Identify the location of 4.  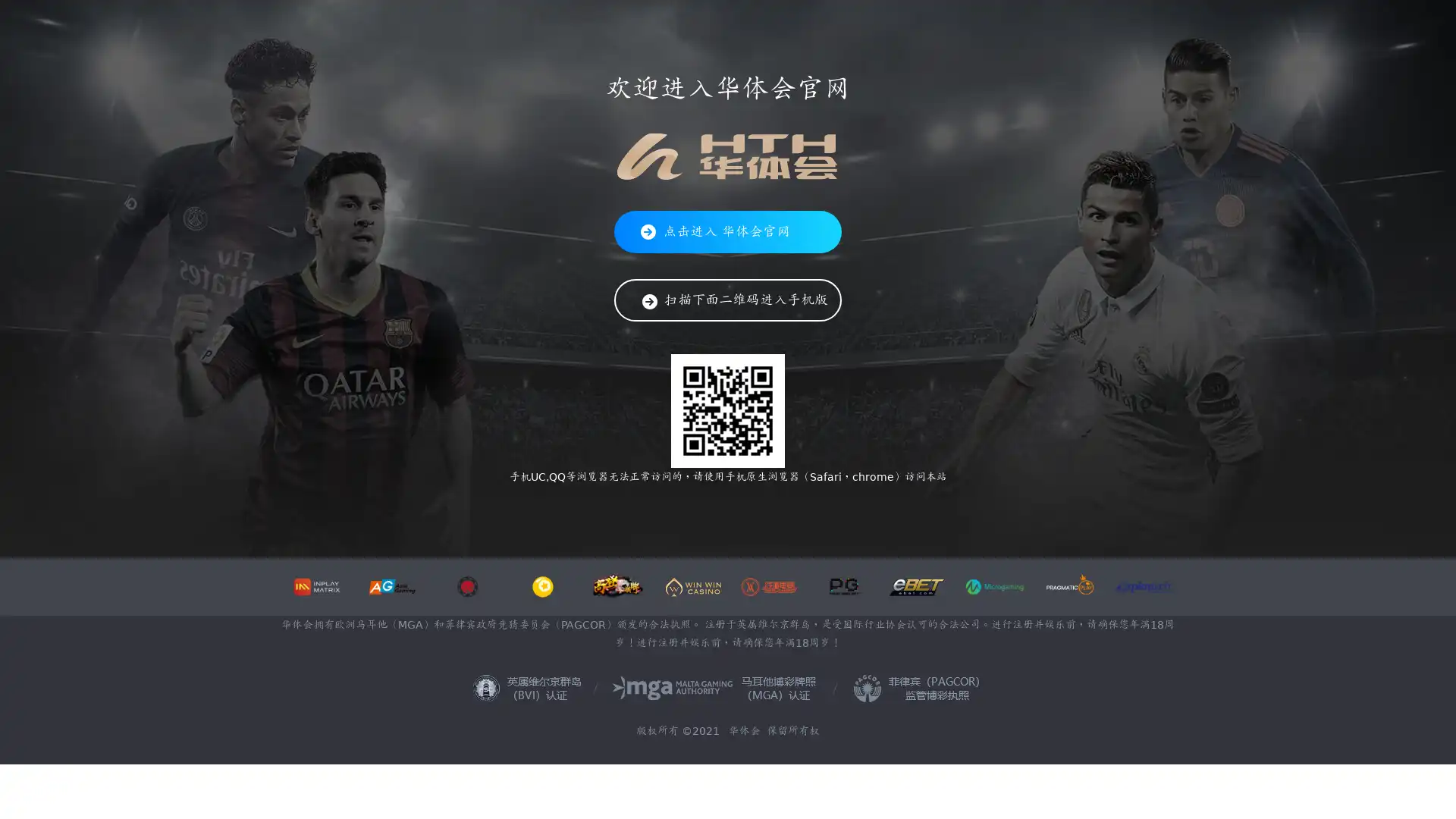
(620, 505).